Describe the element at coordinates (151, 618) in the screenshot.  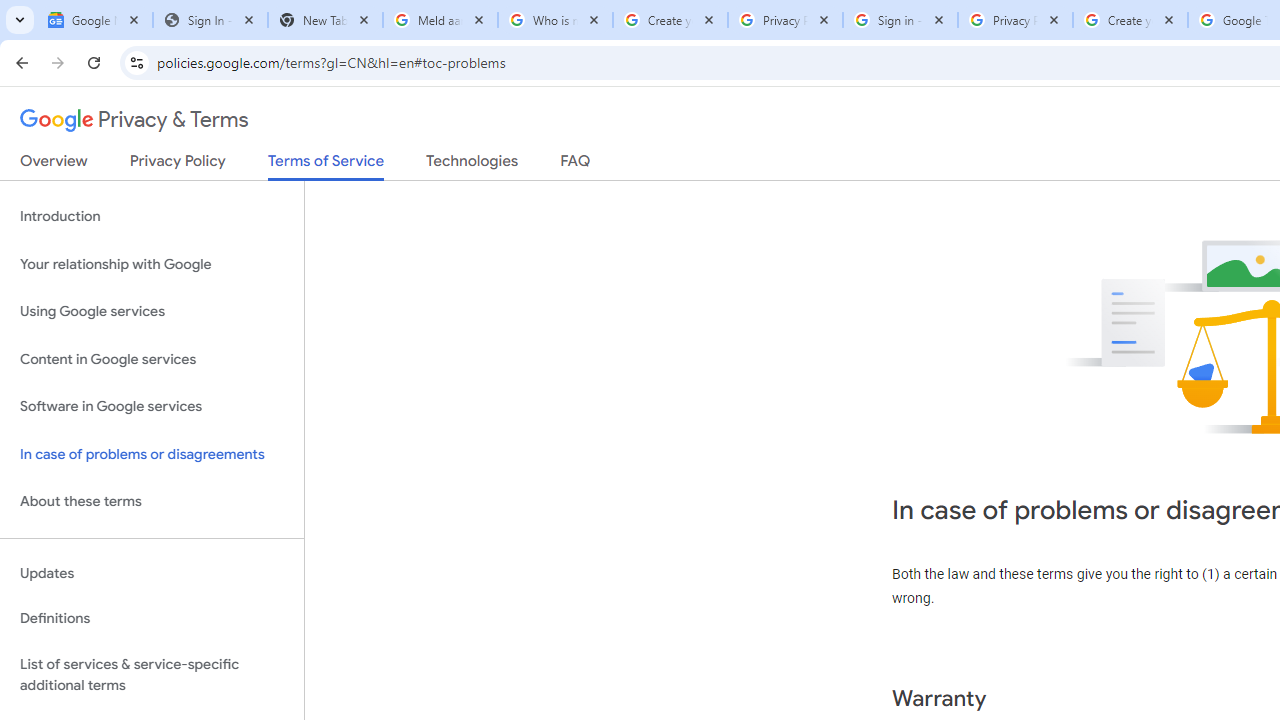
I see `'Definitions'` at that location.